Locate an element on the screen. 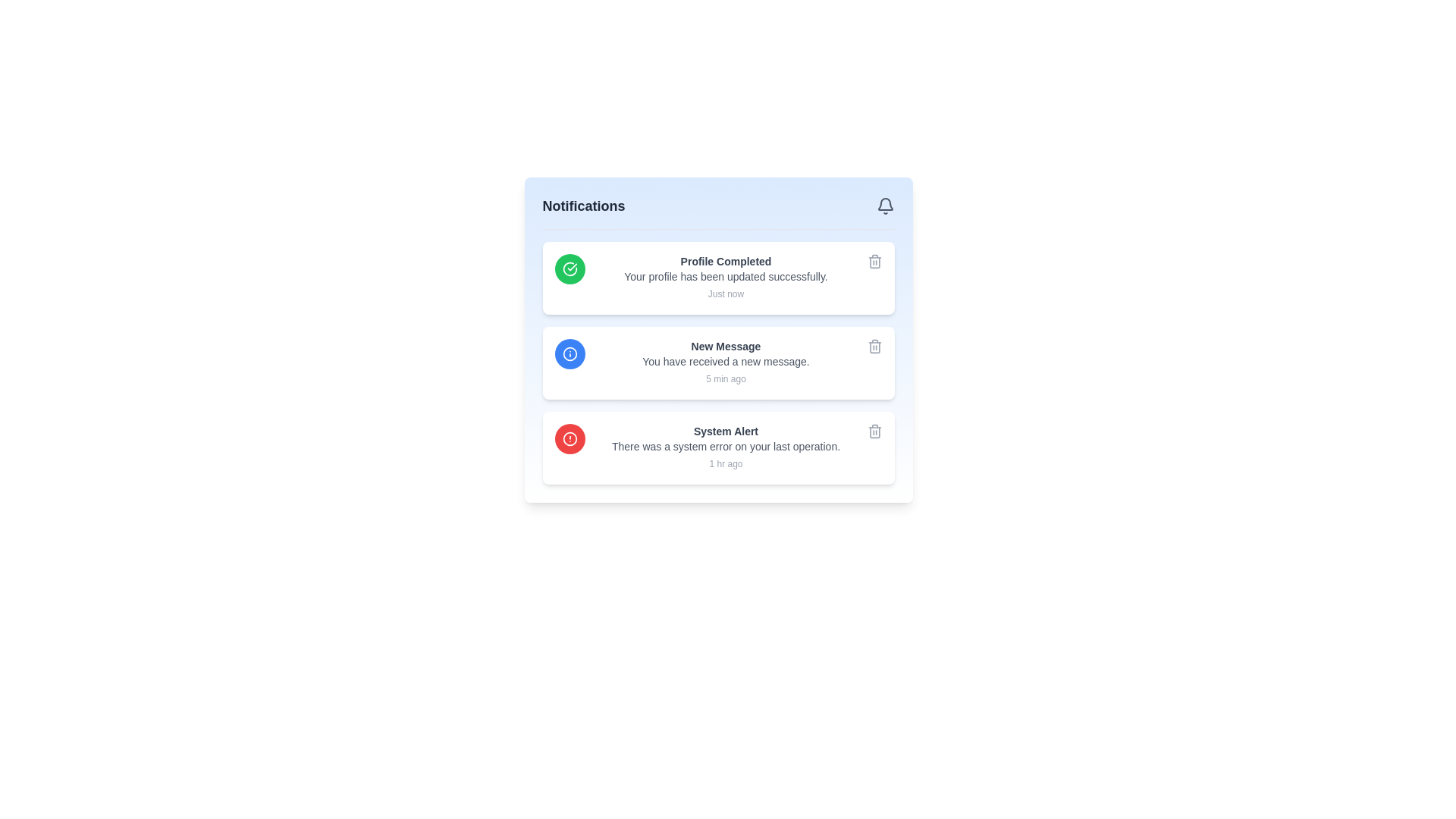 This screenshot has width=1456, height=819. the trash icon button located at the rightmost side of the 'New Message' notification is located at coordinates (874, 346).